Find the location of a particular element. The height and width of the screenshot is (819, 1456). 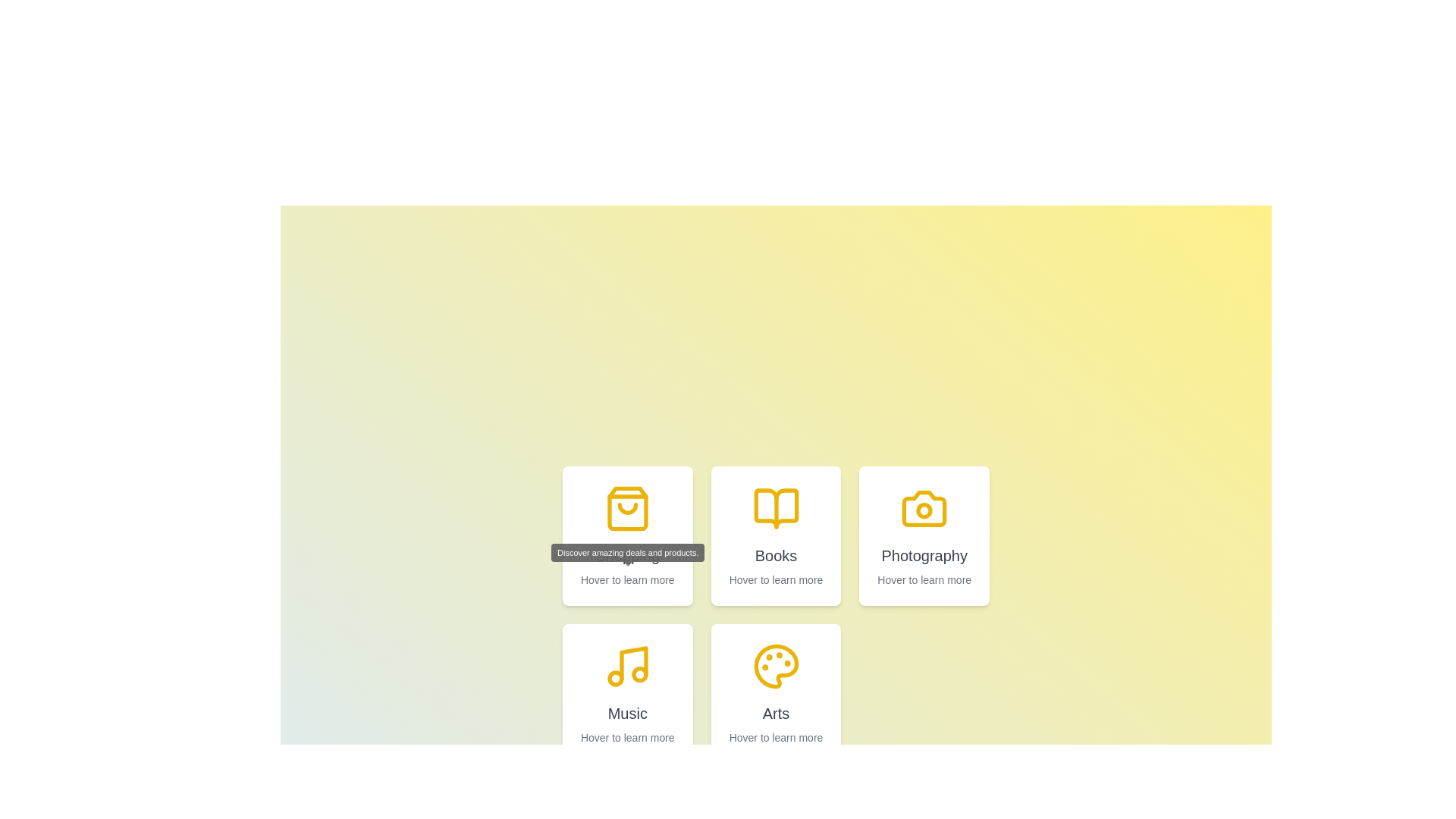

the 'Books' category selector card, which is the second card in the first row of a grid of five cards is located at coordinates (776, 535).